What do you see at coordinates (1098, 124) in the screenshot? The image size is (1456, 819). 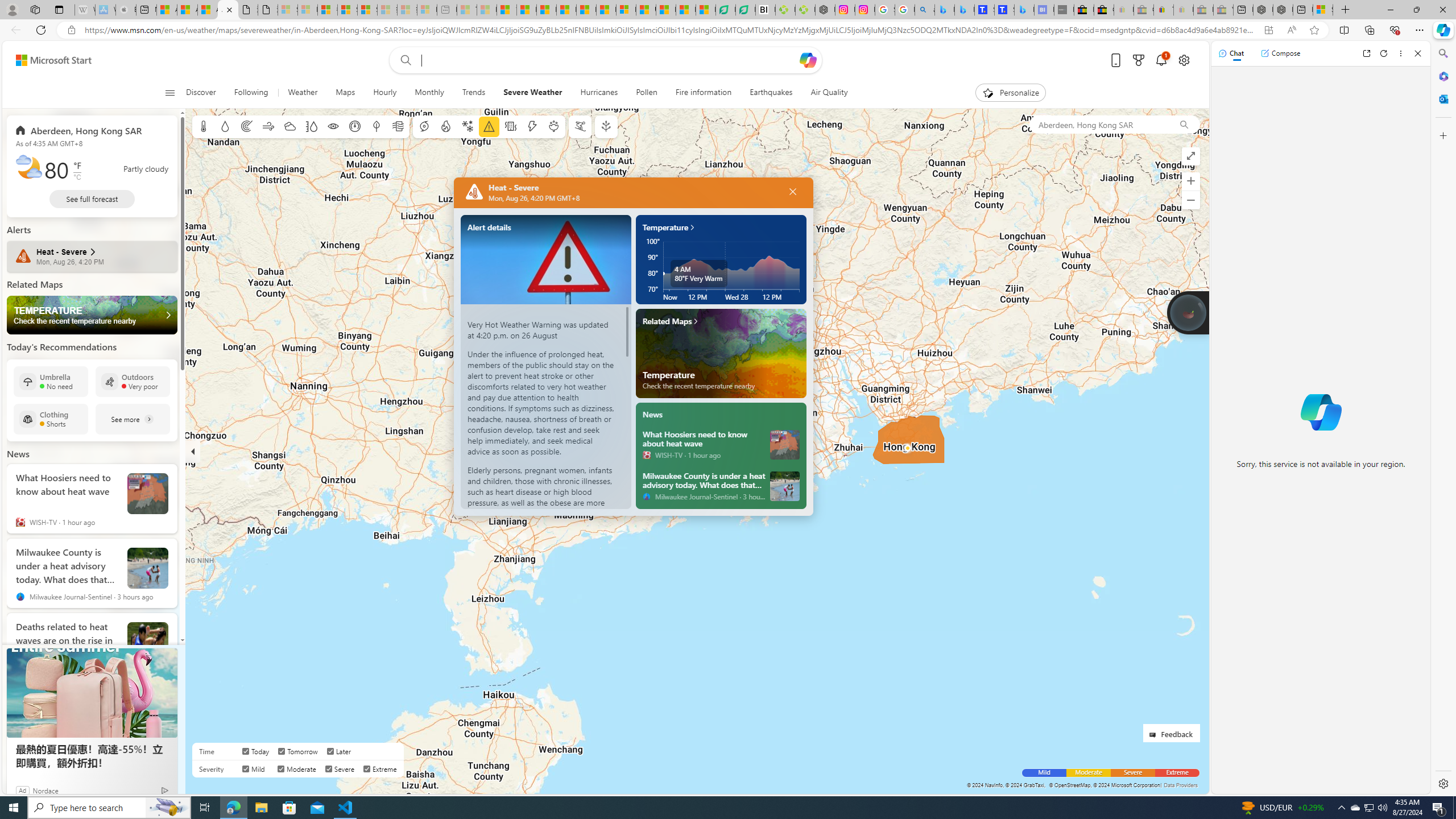 I see `'Aberdeen, Hong Kong SAR'` at bounding box center [1098, 124].